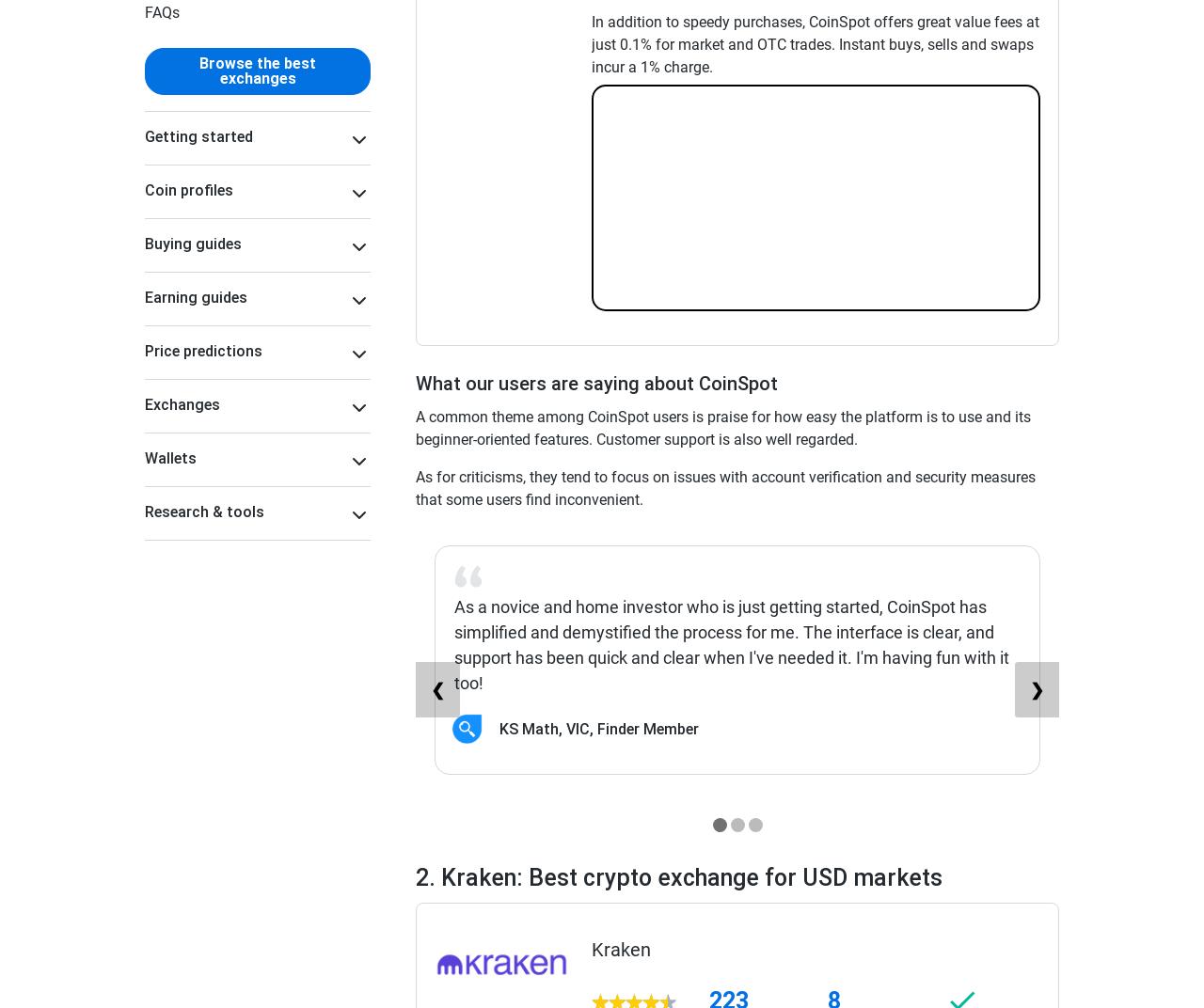  Describe the element at coordinates (730, 643) in the screenshot. I see `'As a novice and home investor who is just getting started, CoinSpot has simplified and demystified the process for me. The interface is clear, and support has been quick and clear when I've needed it. I'm having fun with it too!'` at that location.